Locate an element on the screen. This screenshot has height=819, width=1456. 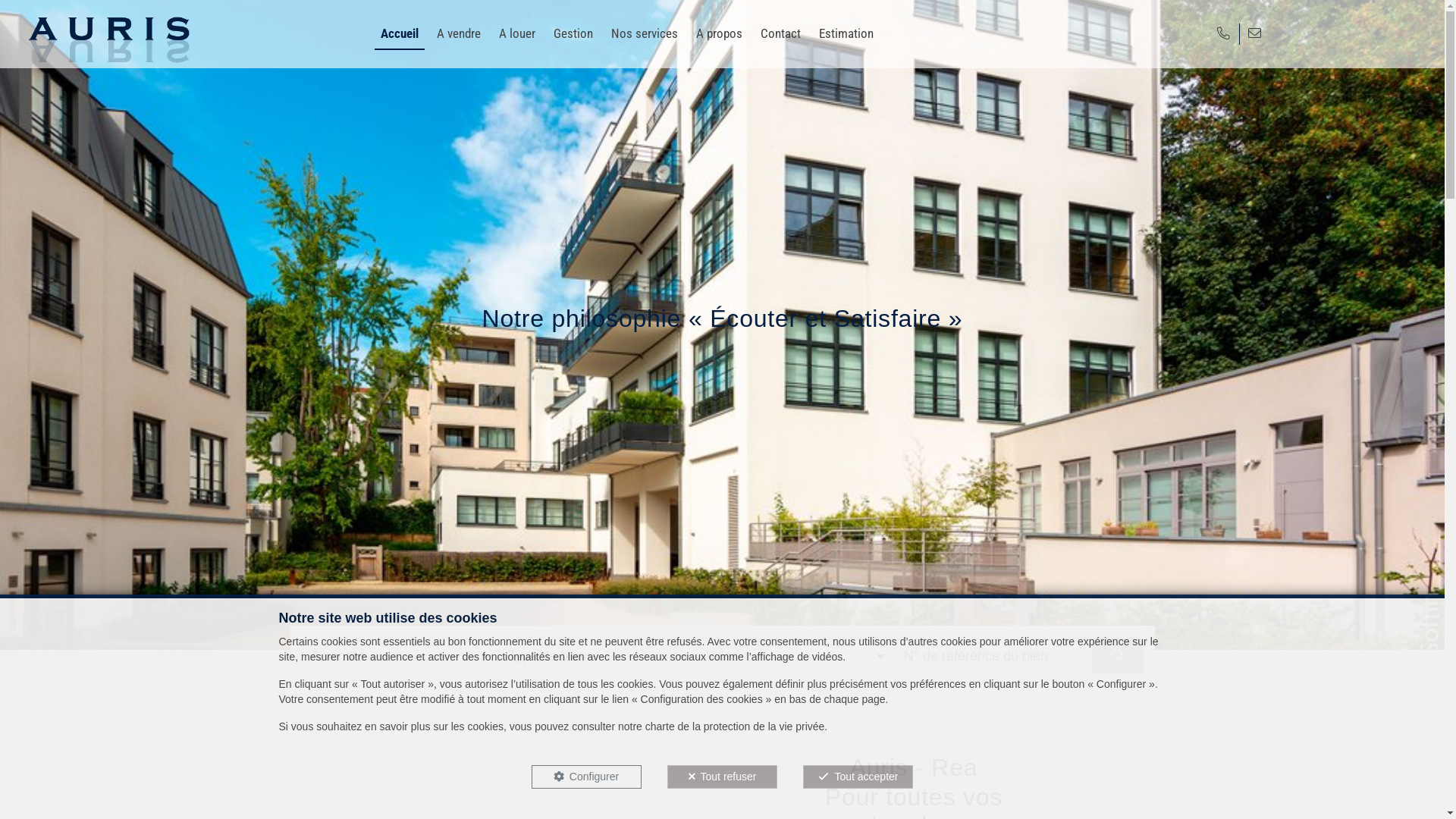
'Tout accepter' is located at coordinates (858, 777).